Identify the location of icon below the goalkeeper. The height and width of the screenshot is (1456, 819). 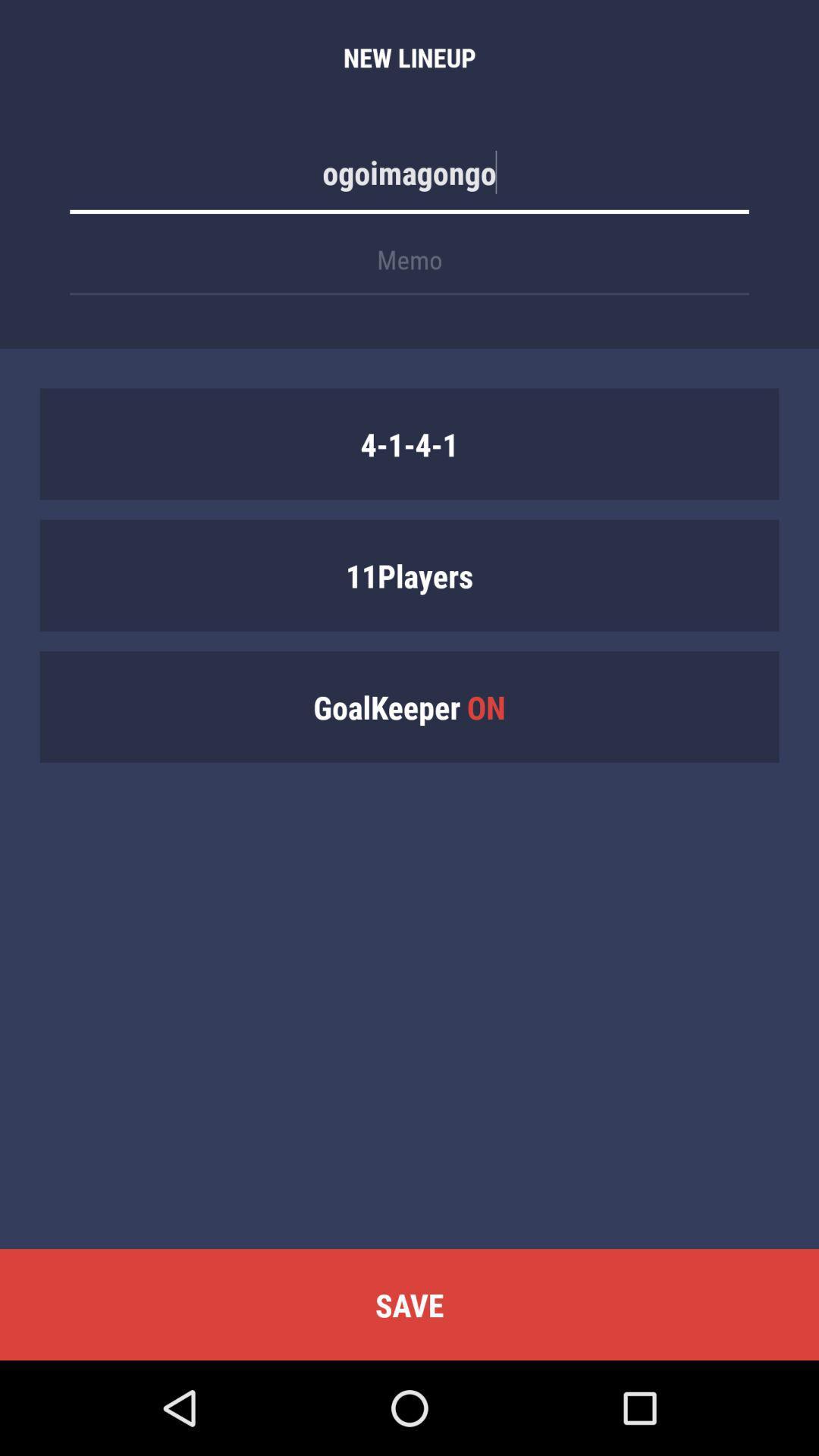
(409, 1304).